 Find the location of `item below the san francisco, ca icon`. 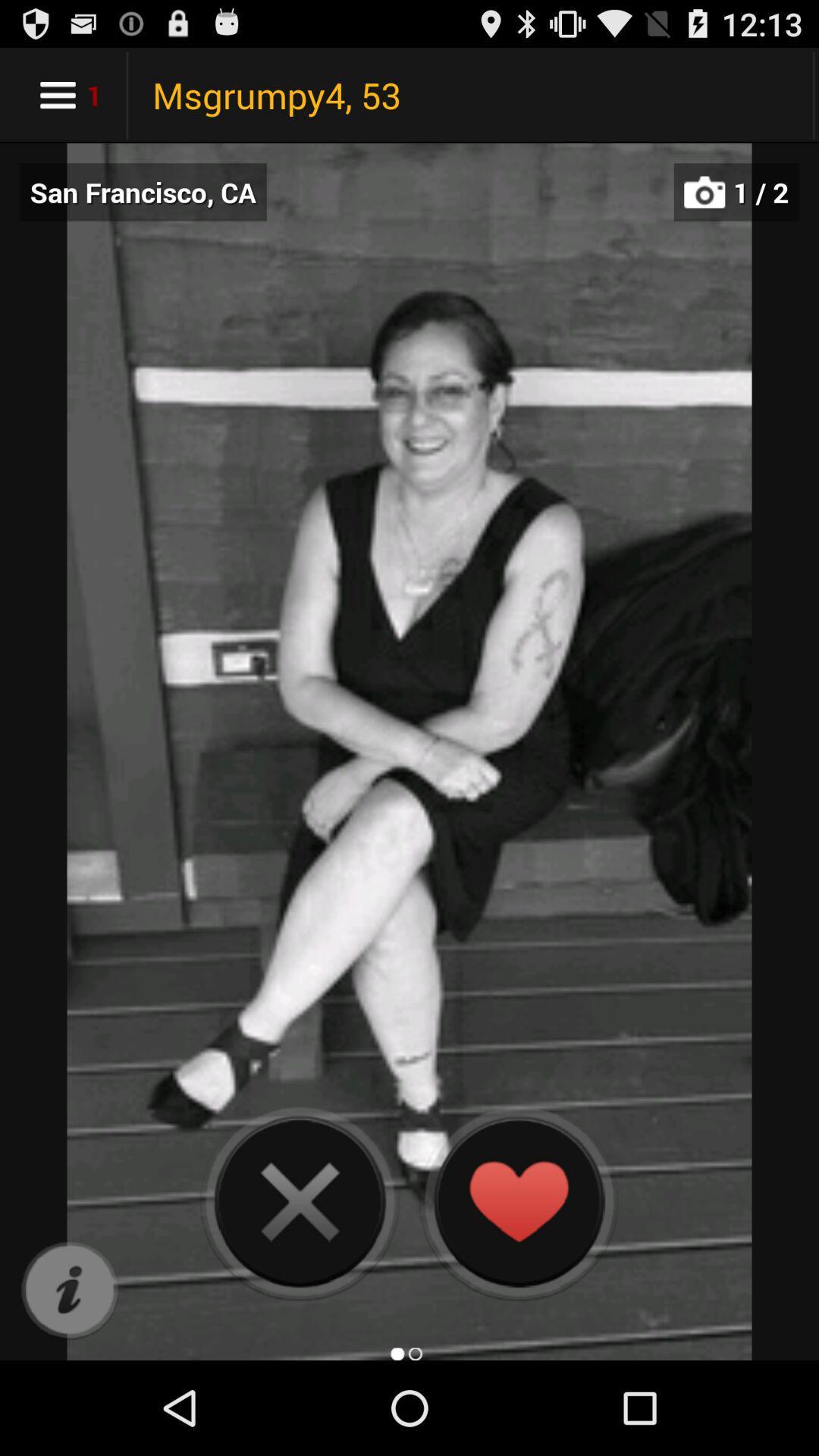

item below the san francisco, ca icon is located at coordinates (69, 1290).